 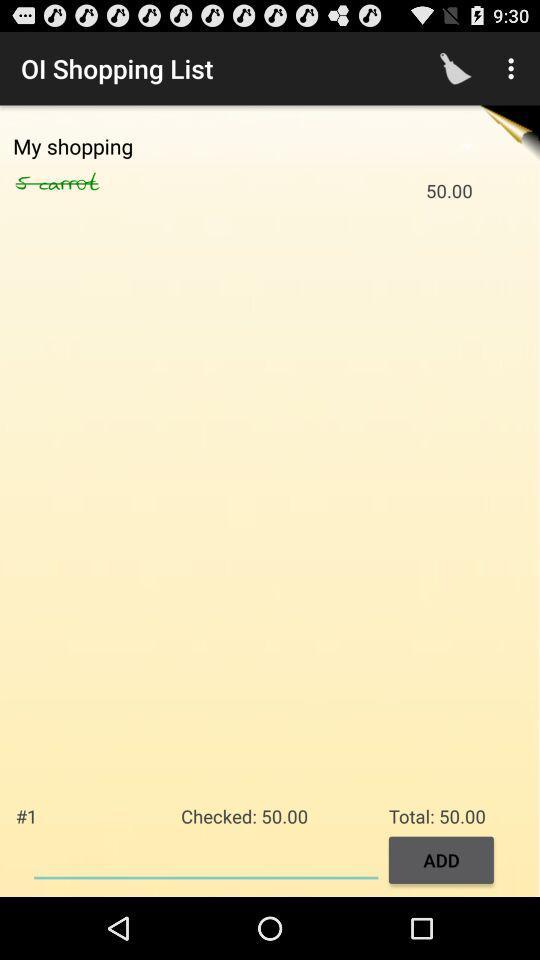 What do you see at coordinates (205, 857) in the screenshot?
I see `total amount` at bounding box center [205, 857].